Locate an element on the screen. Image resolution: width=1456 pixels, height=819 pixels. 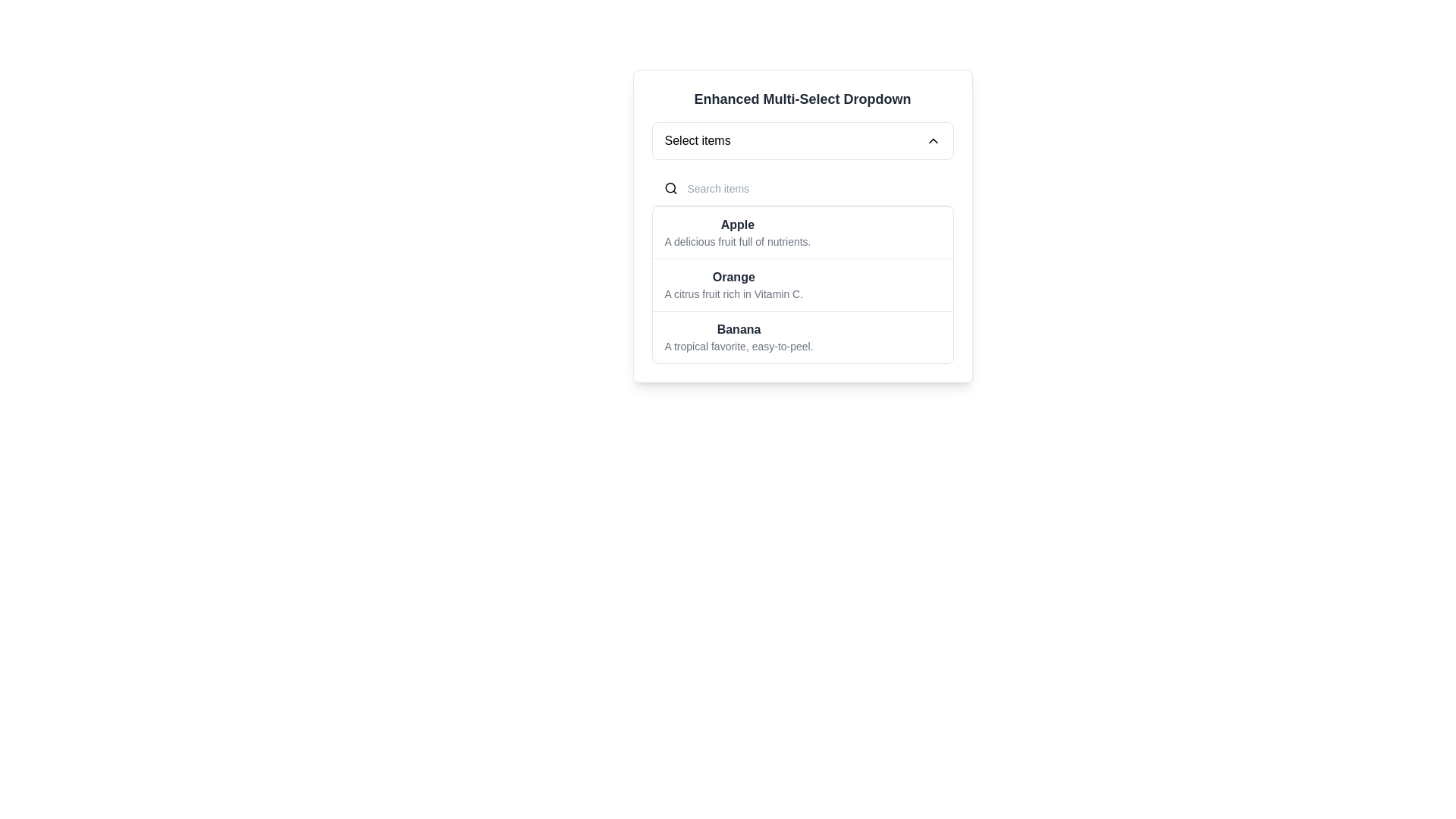
the 'Select items' dropdown trigger button is located at coordinates (802, 140).